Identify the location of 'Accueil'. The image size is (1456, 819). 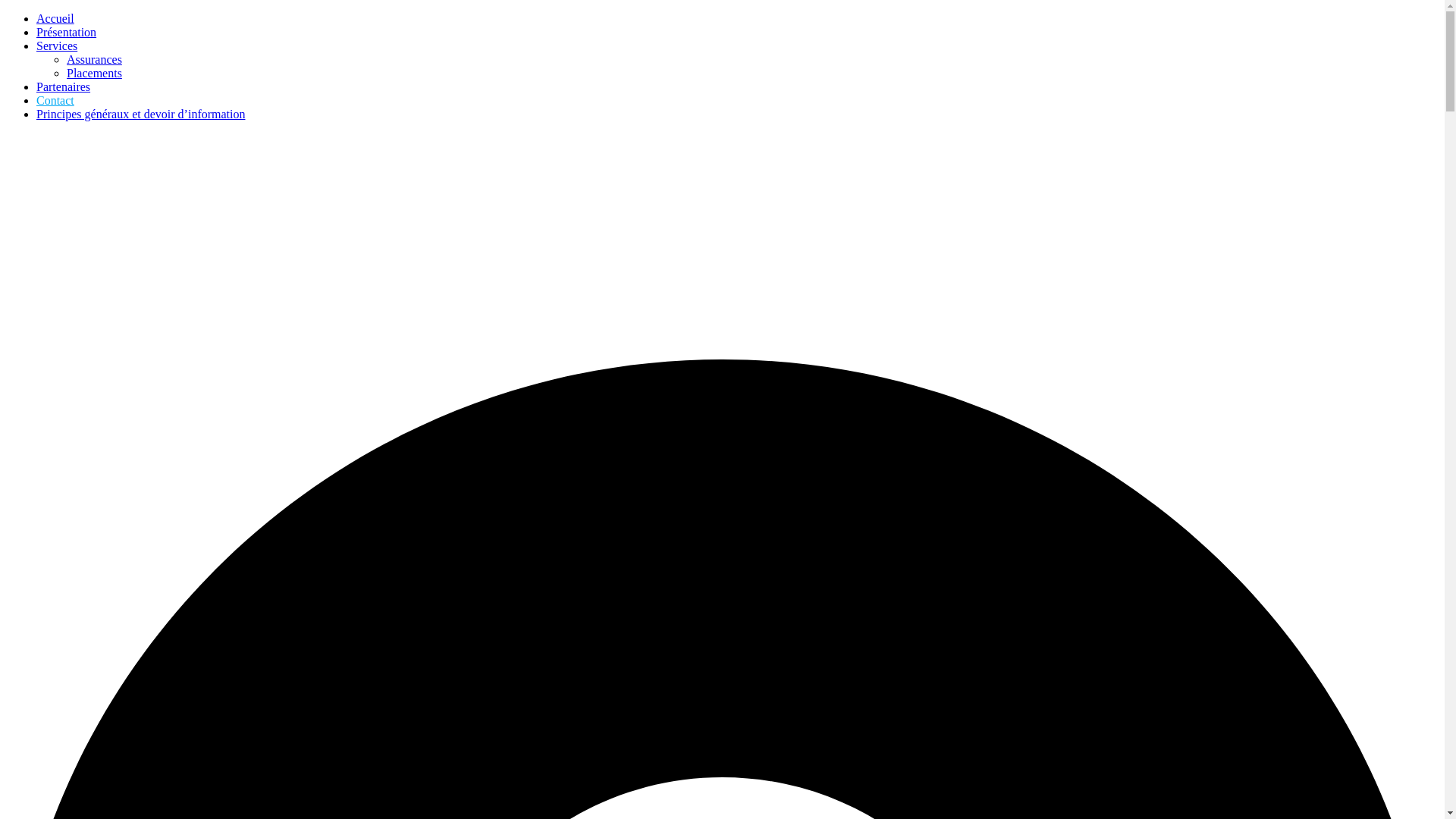
(55, 18).